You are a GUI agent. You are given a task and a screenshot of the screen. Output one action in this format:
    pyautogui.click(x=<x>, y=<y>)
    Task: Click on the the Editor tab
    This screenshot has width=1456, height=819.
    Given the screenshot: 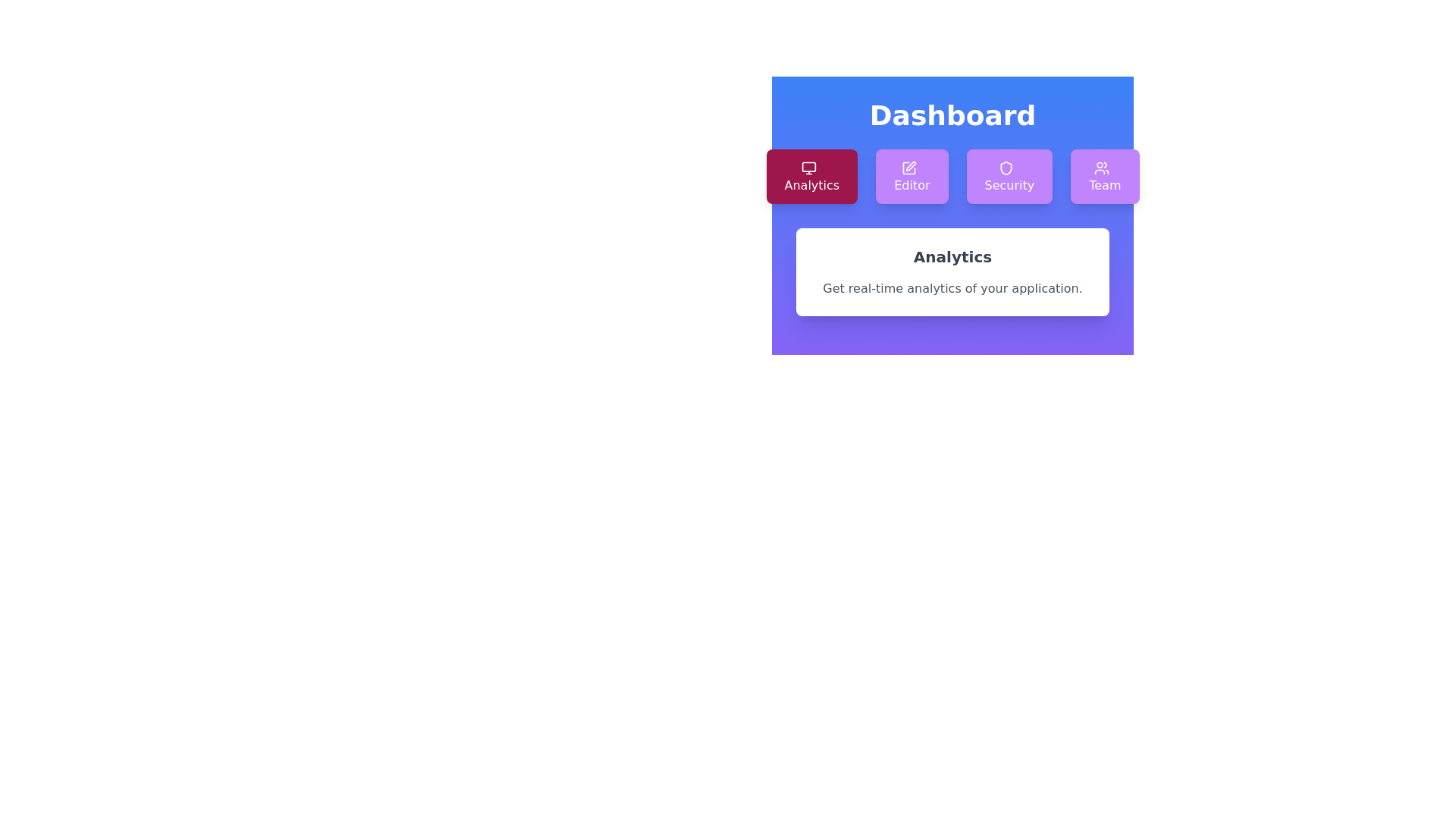 What is the action you would take?
    pyautogui.click(x=911, y=175)
    